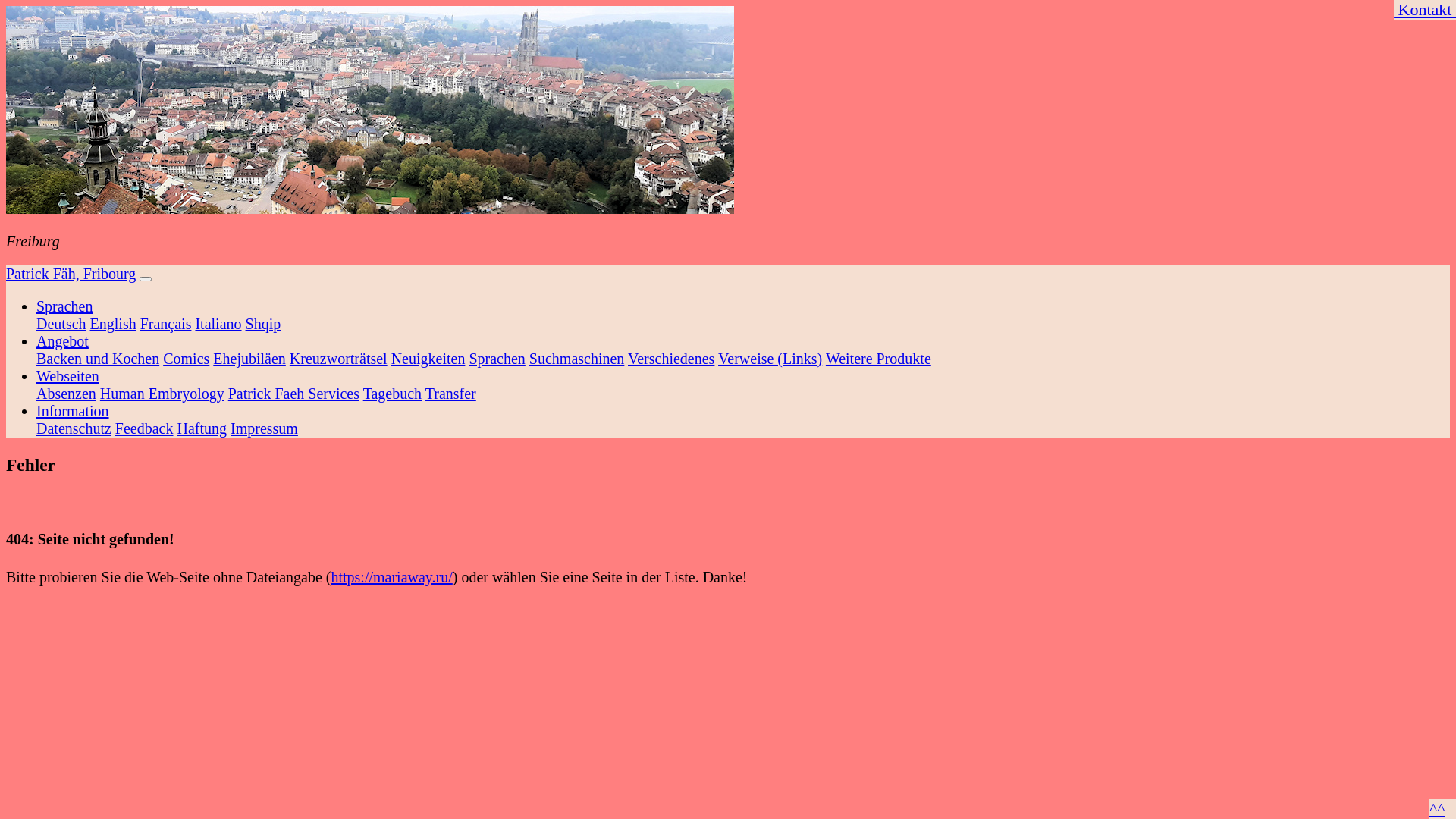  What do you see at coordinates (1436, 808) in the screenshot?
I see `'^^'` at bounding box center [1436, 808].